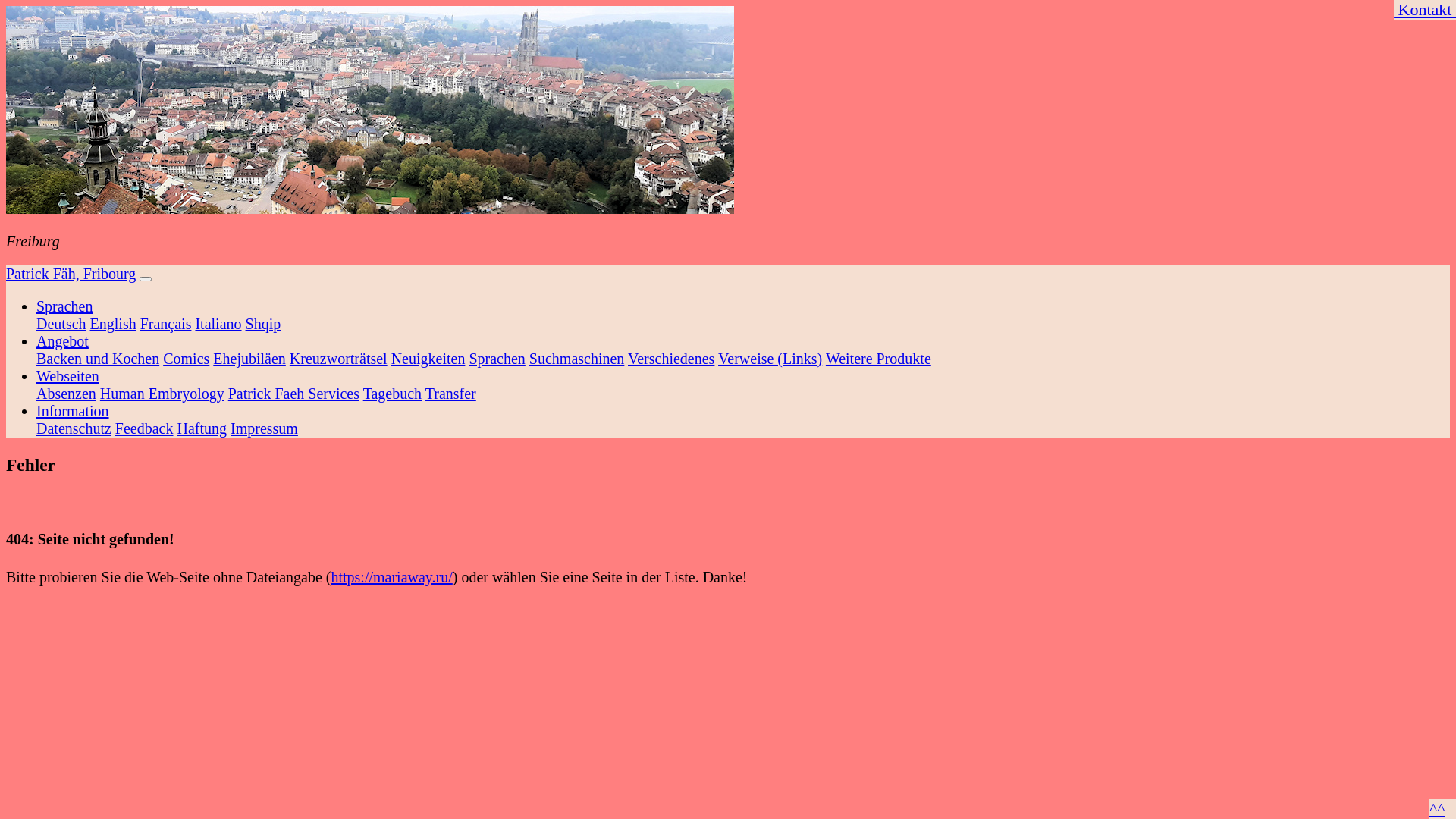  What do you see at coordinates (1436, 808) in the screenshot?
I see `'^^'` at bounding box center [1436, 808].